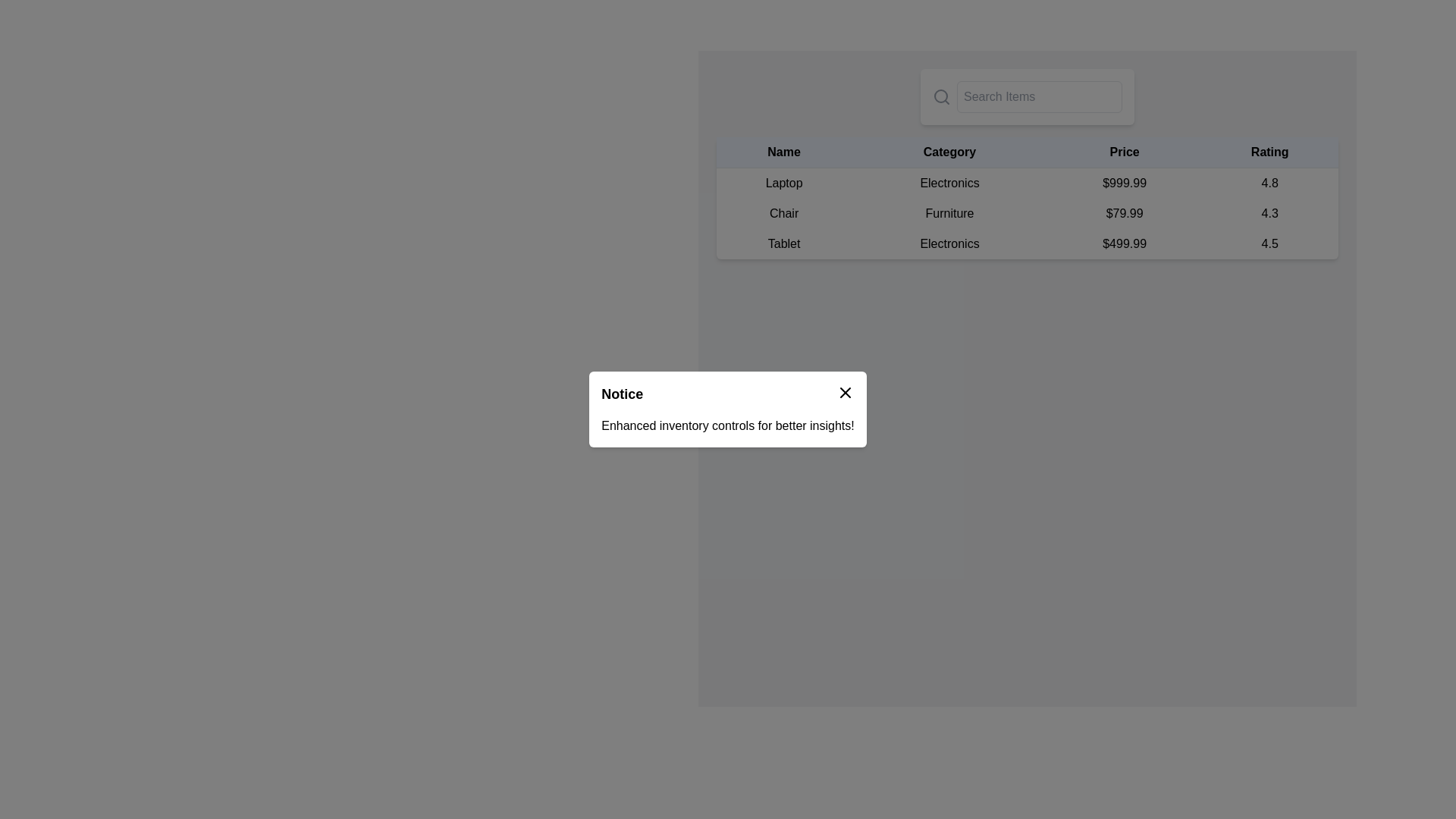 The width and height of the screenshot is (1456, 819). Describe the element at coordinates (784, 213) in the screenshot. I see `the 'Chair' label in the 'Name' column of the table, which is located in the second row of the data display` at that location.